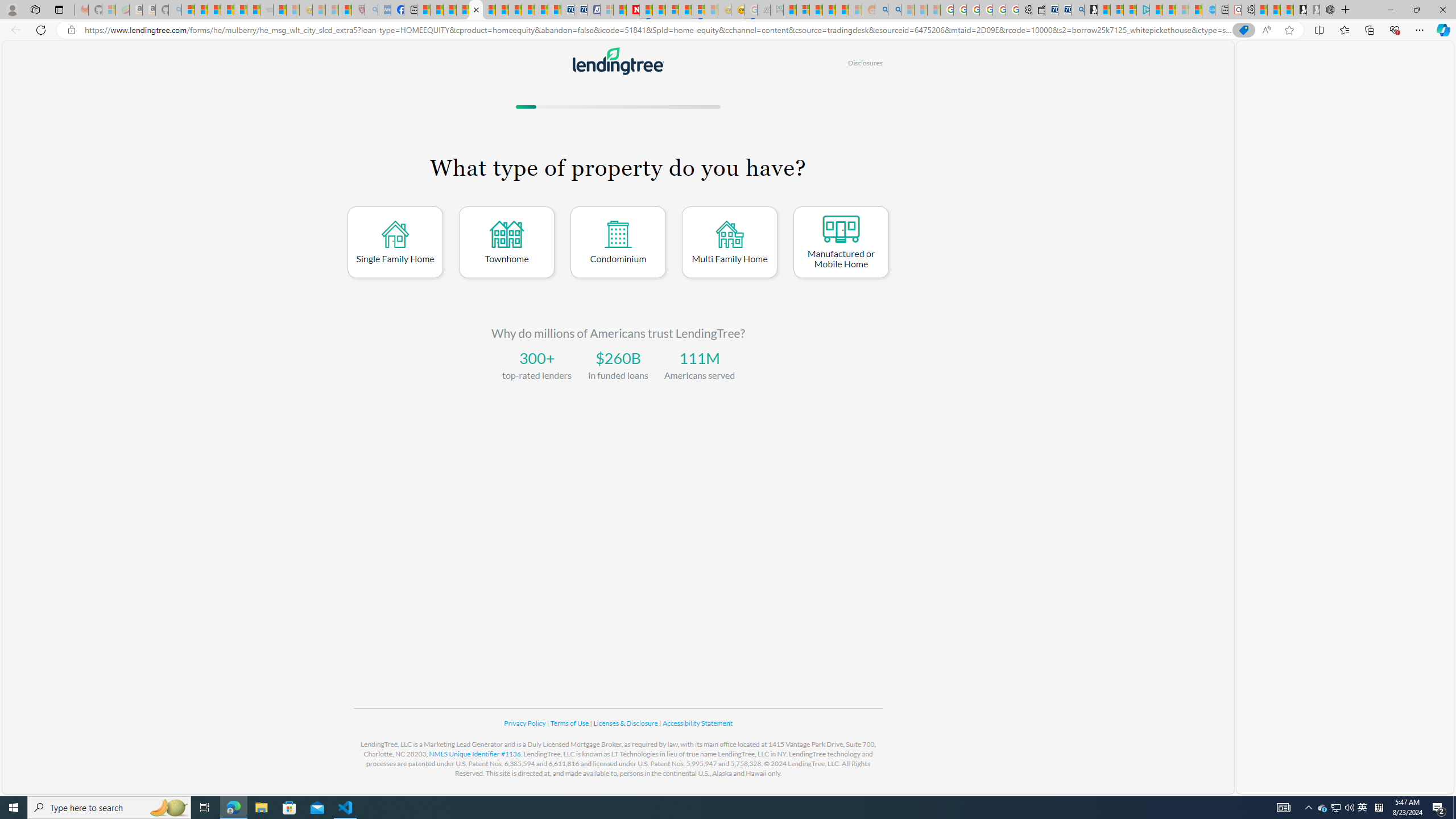  I want to click on 'Bing Real Estate - Home sales and rental listings', so click(1077, 9).